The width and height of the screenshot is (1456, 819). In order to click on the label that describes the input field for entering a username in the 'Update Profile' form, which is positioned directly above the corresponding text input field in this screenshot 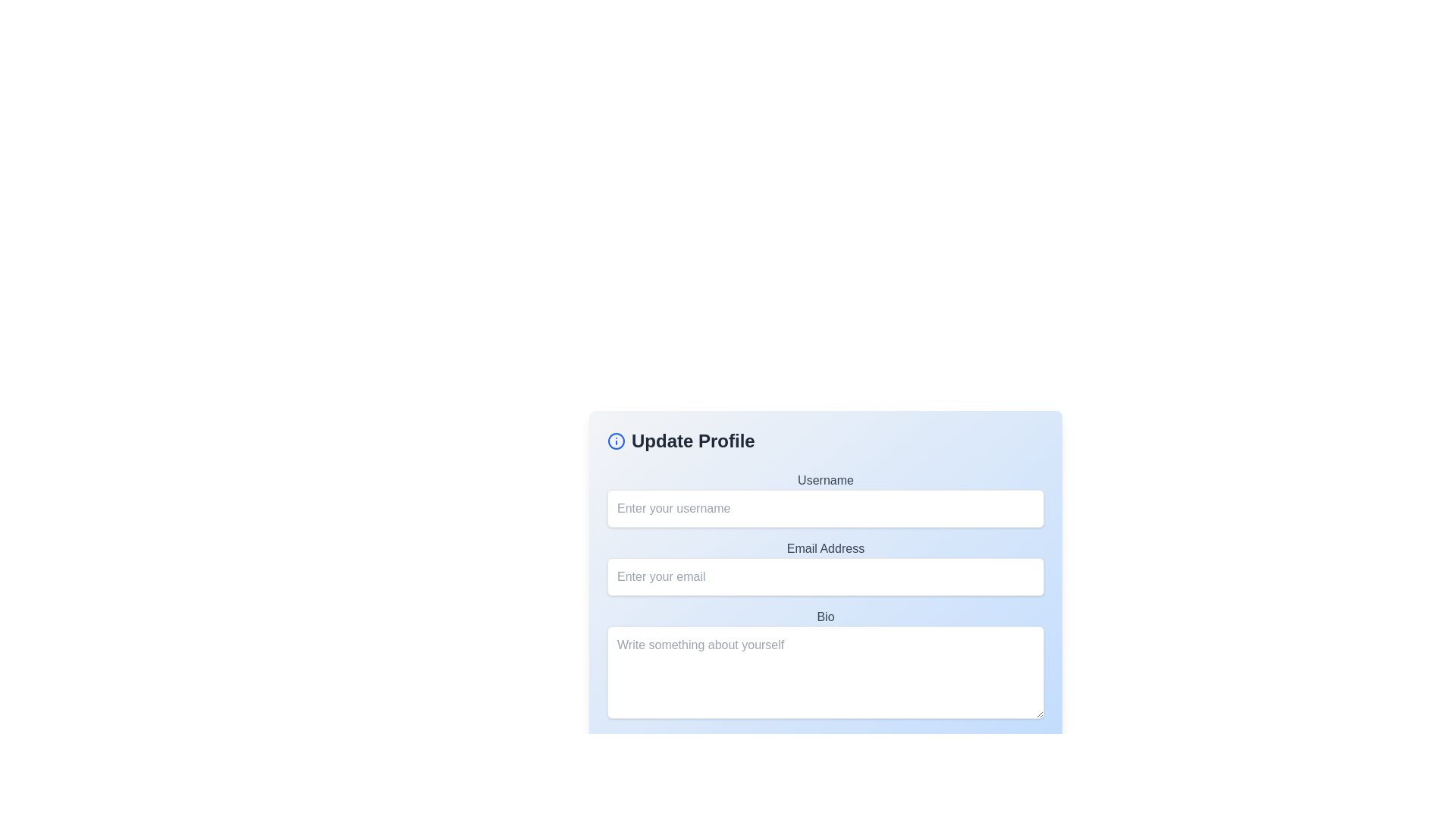, I will do `click(825, 480)`.